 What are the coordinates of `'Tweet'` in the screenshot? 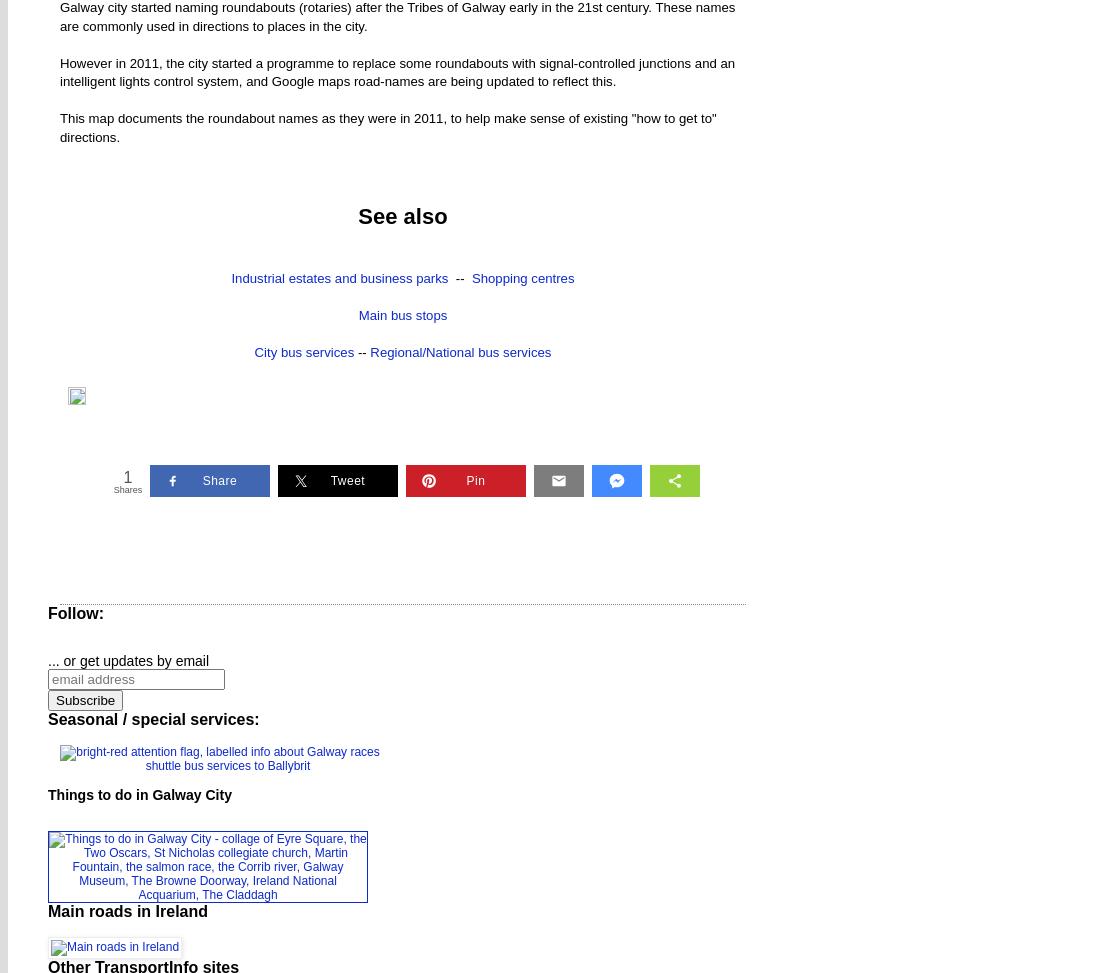 It's located at (329, 479).